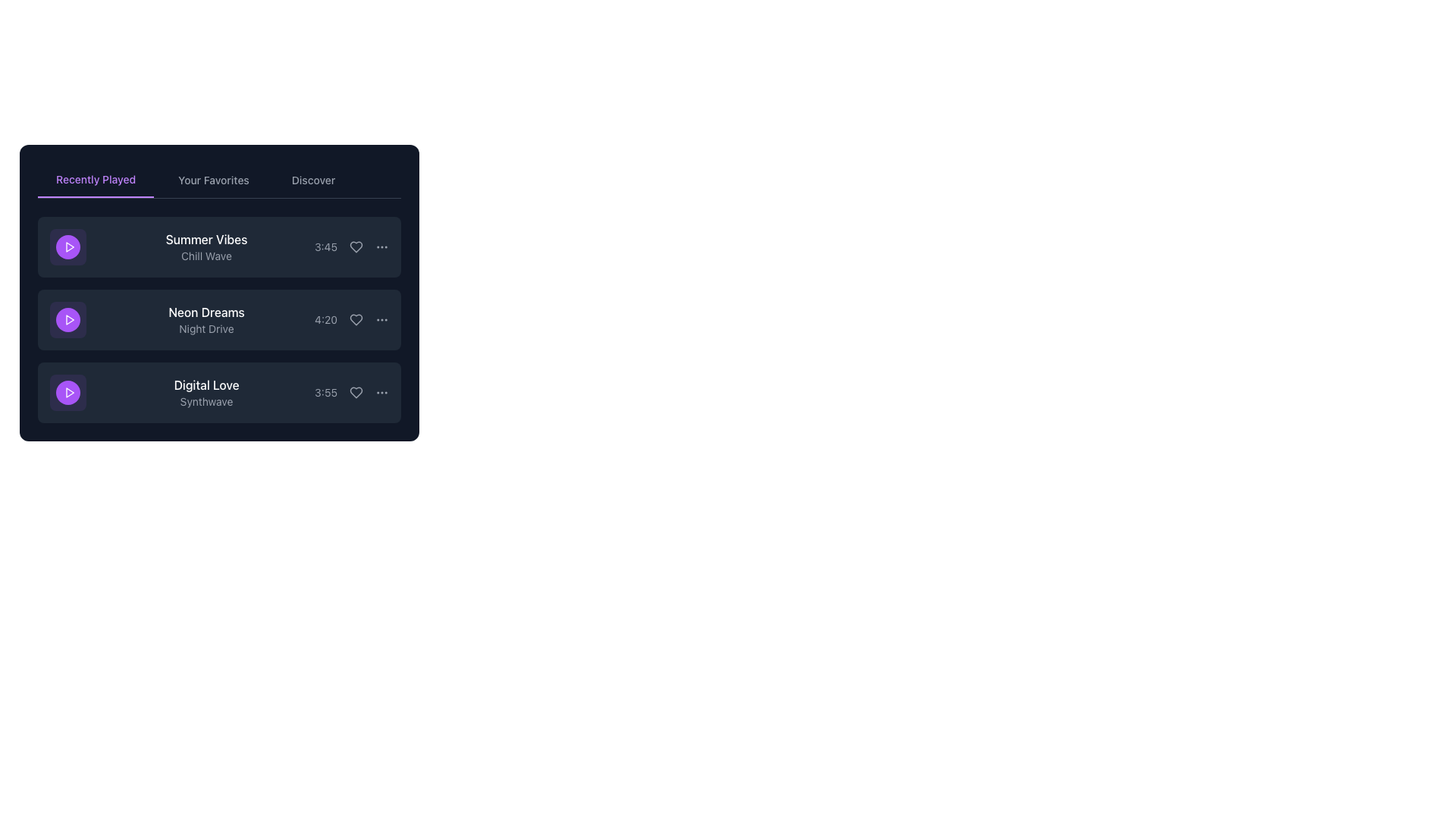 The width and height of the screenshot is (1456, 819). What do you see at coordinates (95, 180) in the screenshot?
I see `the 'Recently Played' button in the top left of the navigation bar` at bounding box center [95, 180].